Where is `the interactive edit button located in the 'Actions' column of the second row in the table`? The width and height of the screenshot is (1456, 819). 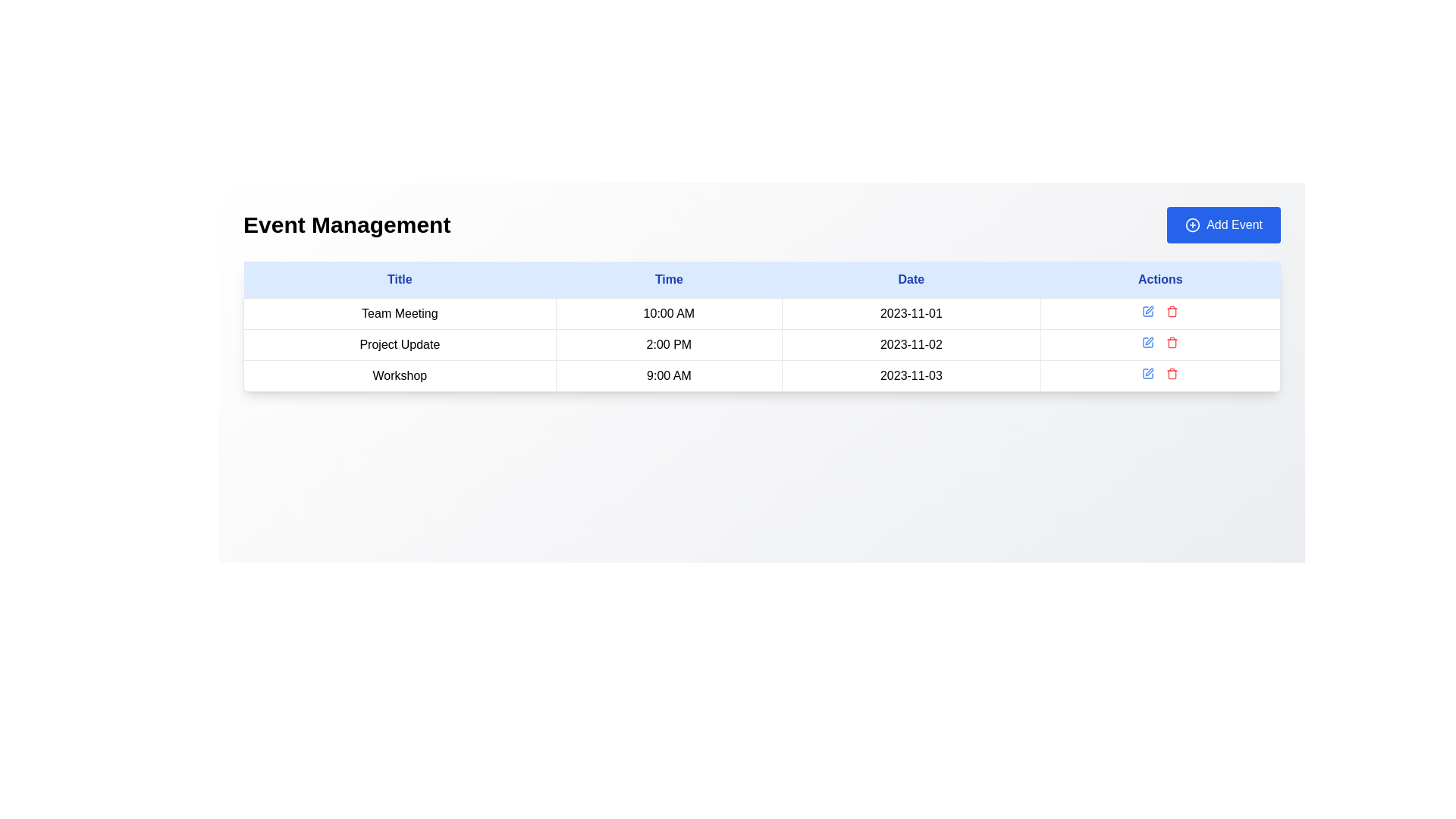 the interactive edit button located in the 'Actions' column of the second row in the table is located at coordinates (1150, 341).